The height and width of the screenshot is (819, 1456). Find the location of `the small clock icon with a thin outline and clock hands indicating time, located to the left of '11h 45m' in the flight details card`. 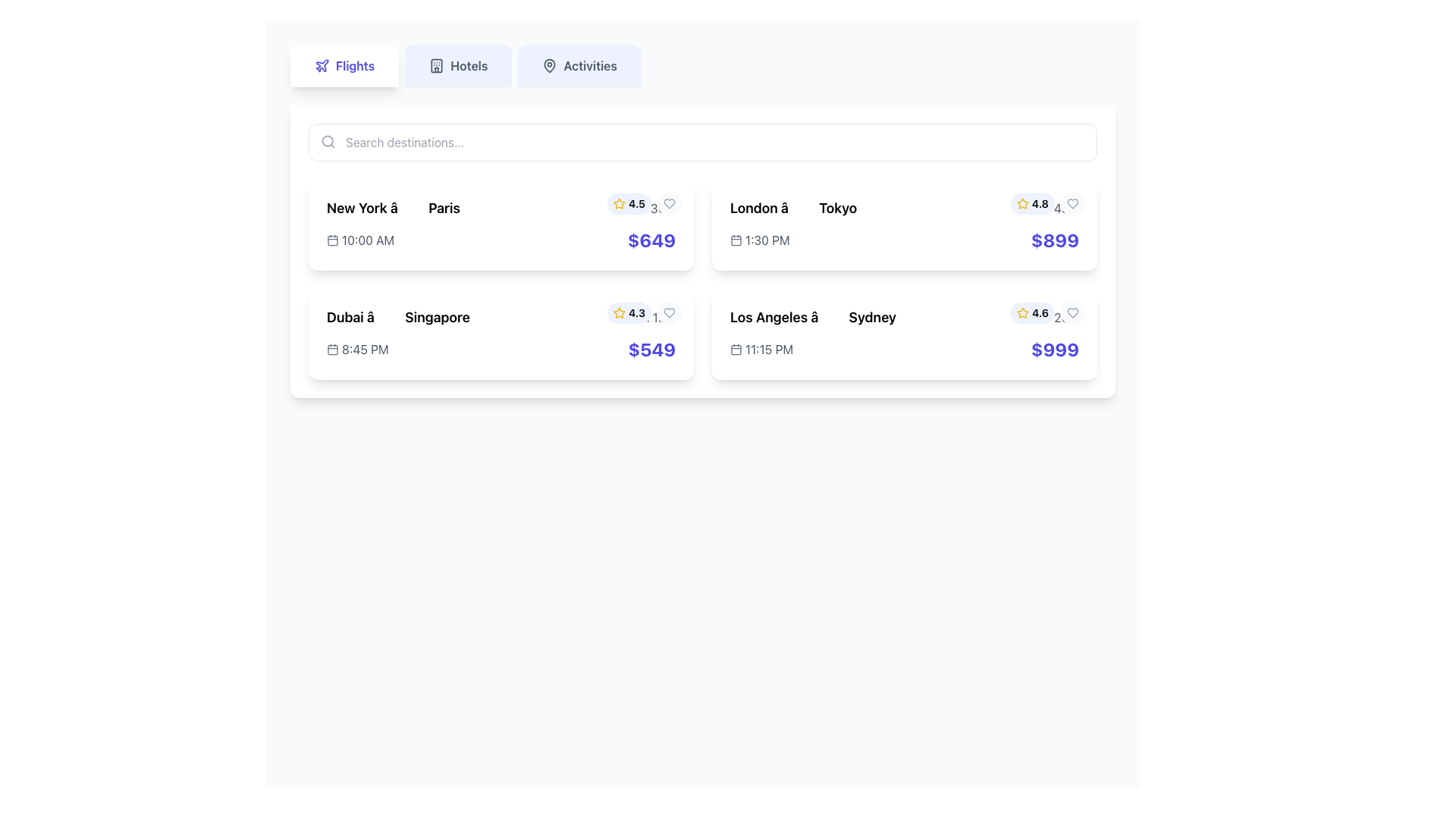

the small clock icon with a thin outline and clock hands indicating time, located to the left of '11h 45m' in the flight details card is located at coordinates (1024, 208).